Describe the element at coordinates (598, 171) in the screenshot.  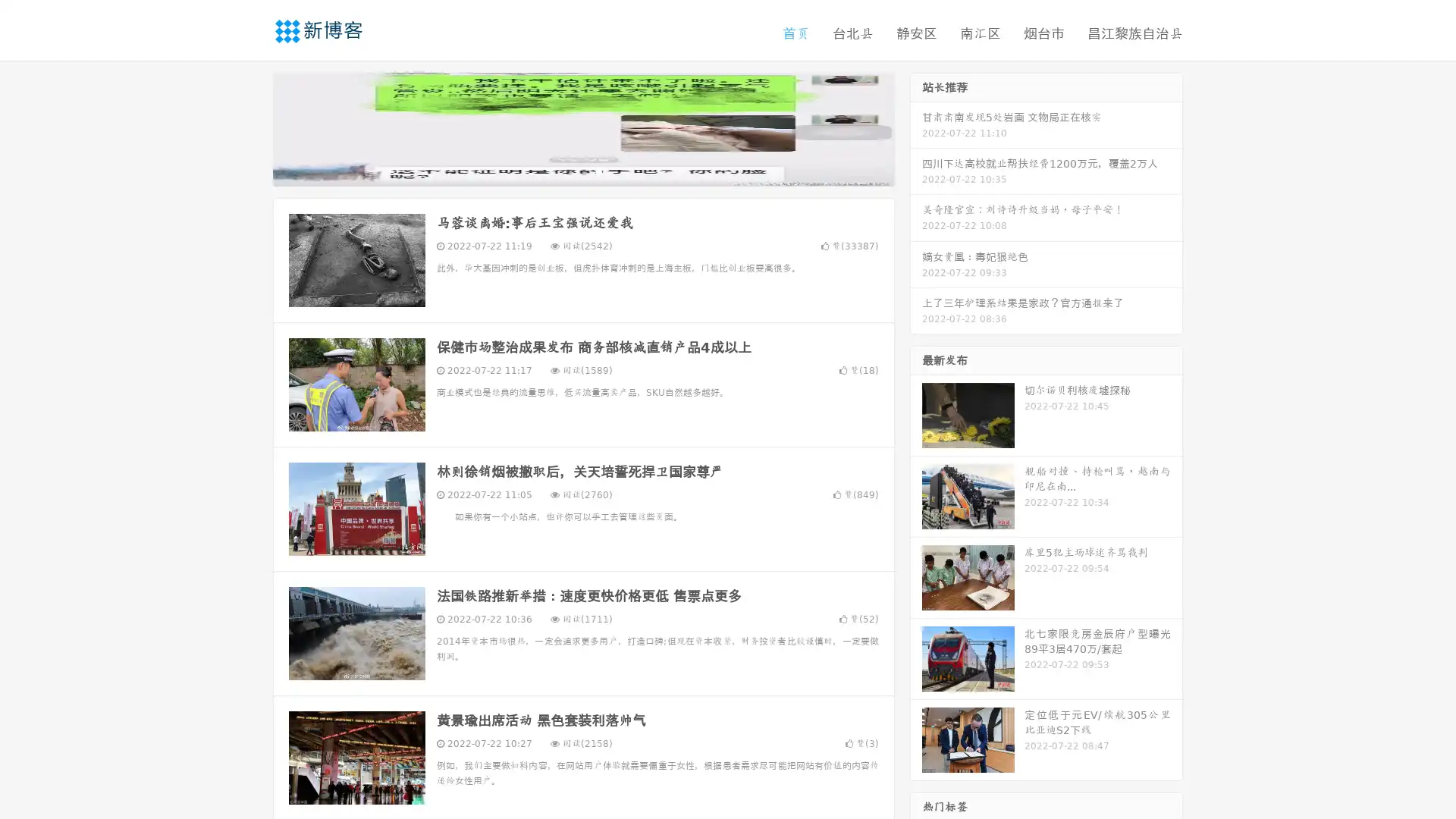
I see `Go to slide 3` at that location.